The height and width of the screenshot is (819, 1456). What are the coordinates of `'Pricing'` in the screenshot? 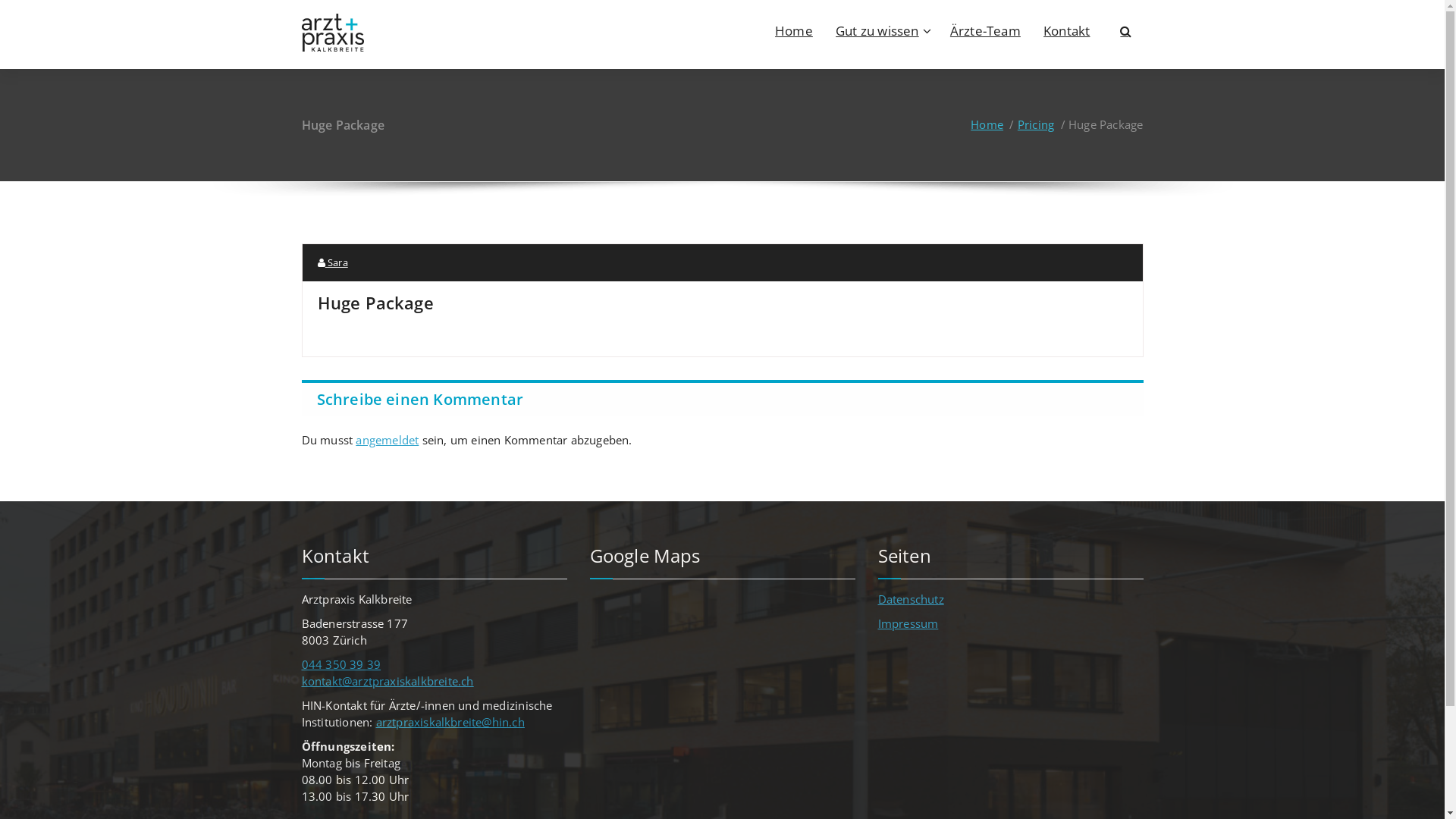 It's located at (1018, 124).